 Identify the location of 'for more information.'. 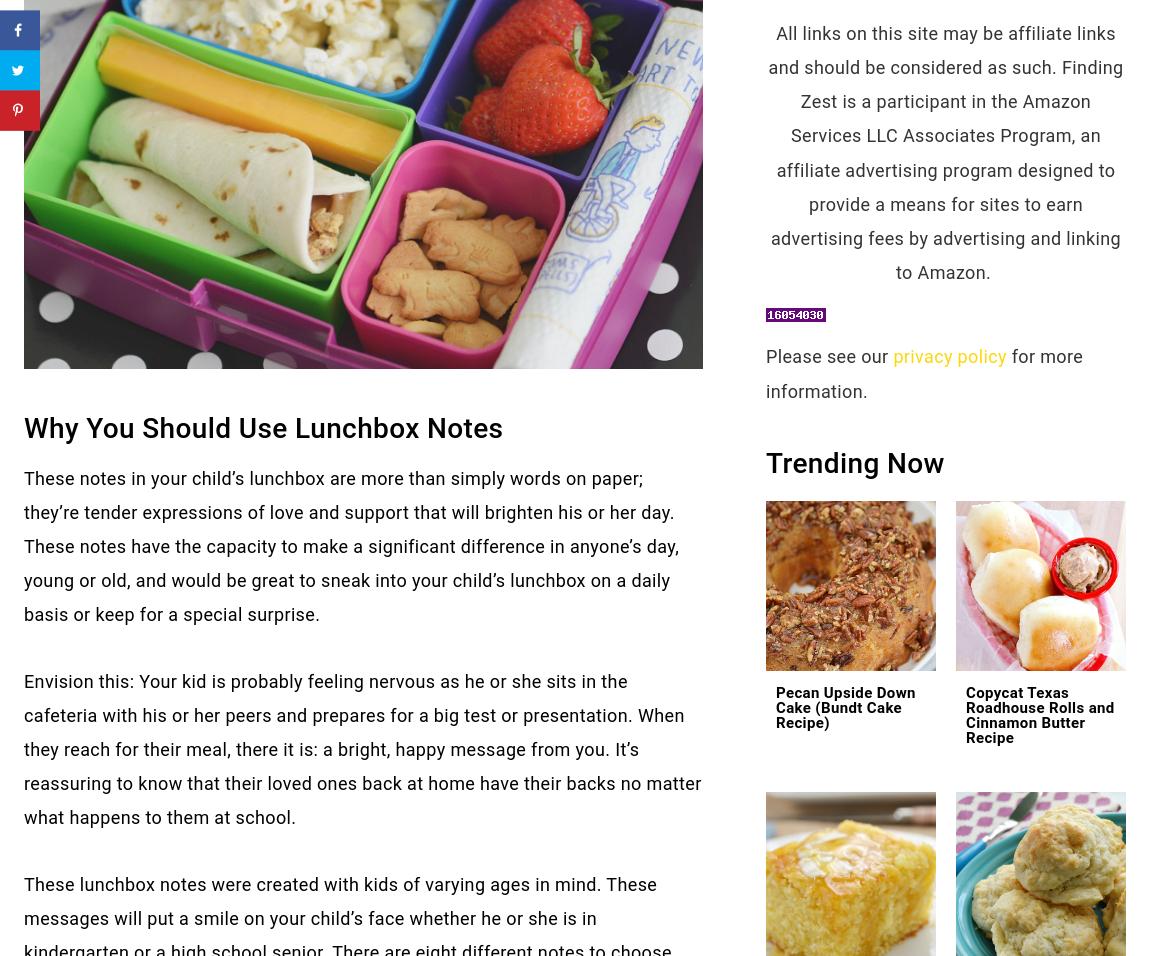
(924, 373).